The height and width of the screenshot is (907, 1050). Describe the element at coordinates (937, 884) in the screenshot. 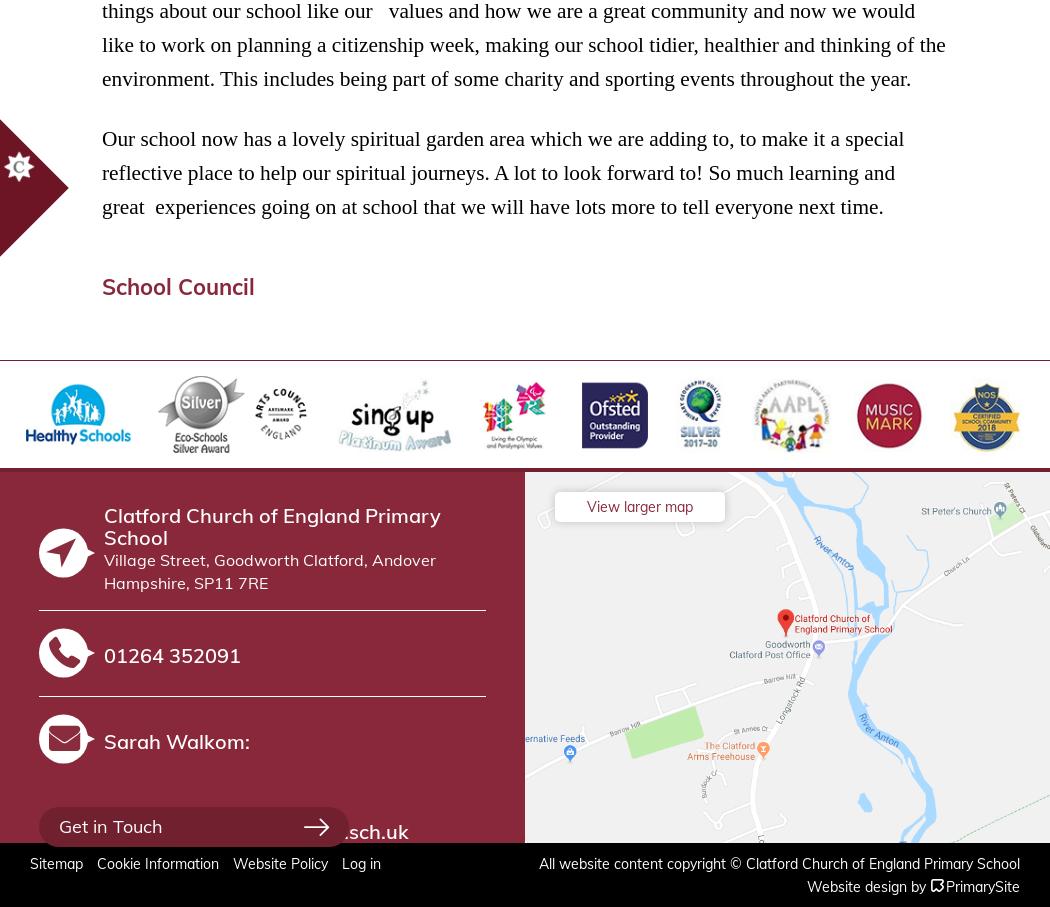

I see `'A'` at that location.